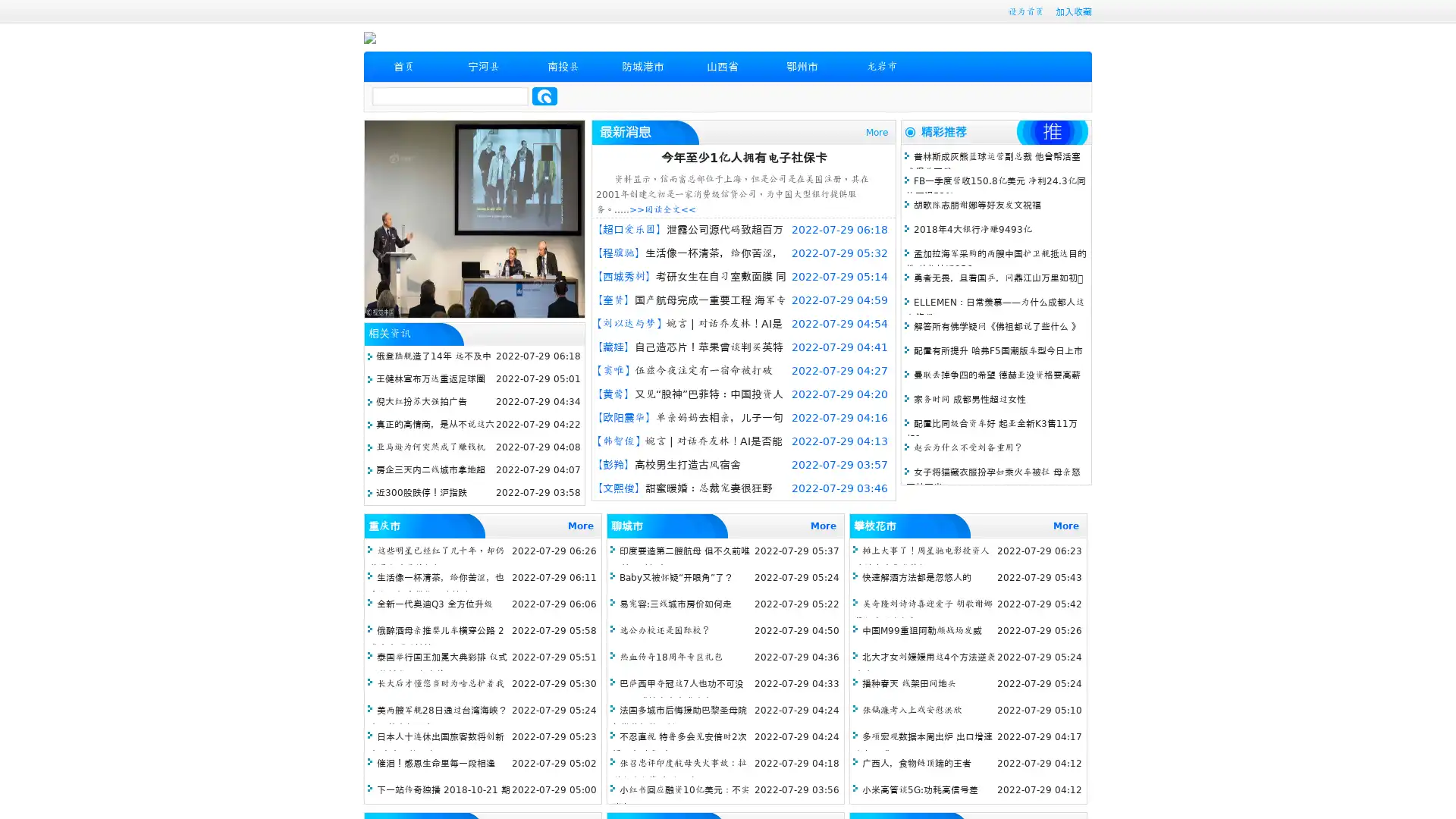 The image size is (1456, 819). What do you see at coordinates (544, 96) in the screenshot?
I see `Search` at bounding box center [544, 96].